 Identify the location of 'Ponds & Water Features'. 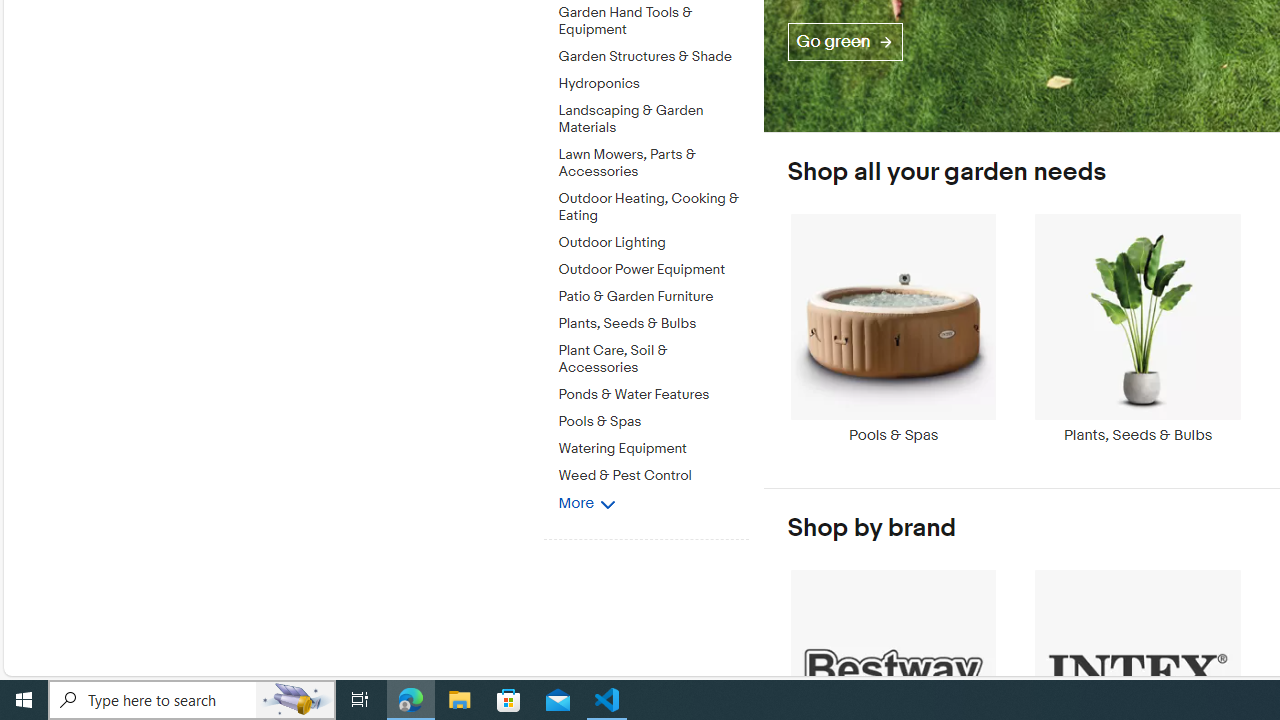
(653, 395).